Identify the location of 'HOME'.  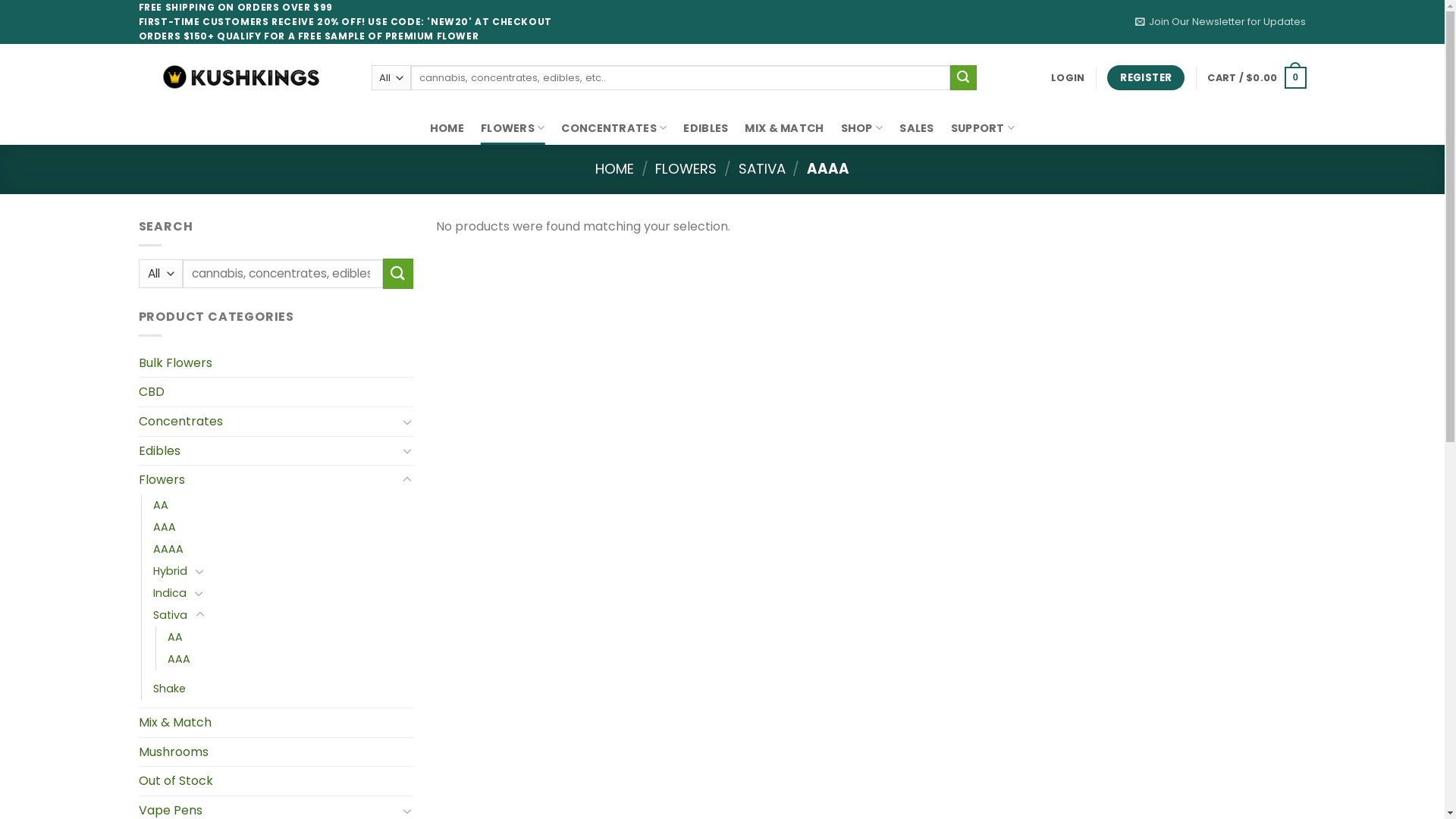
(446, 127).